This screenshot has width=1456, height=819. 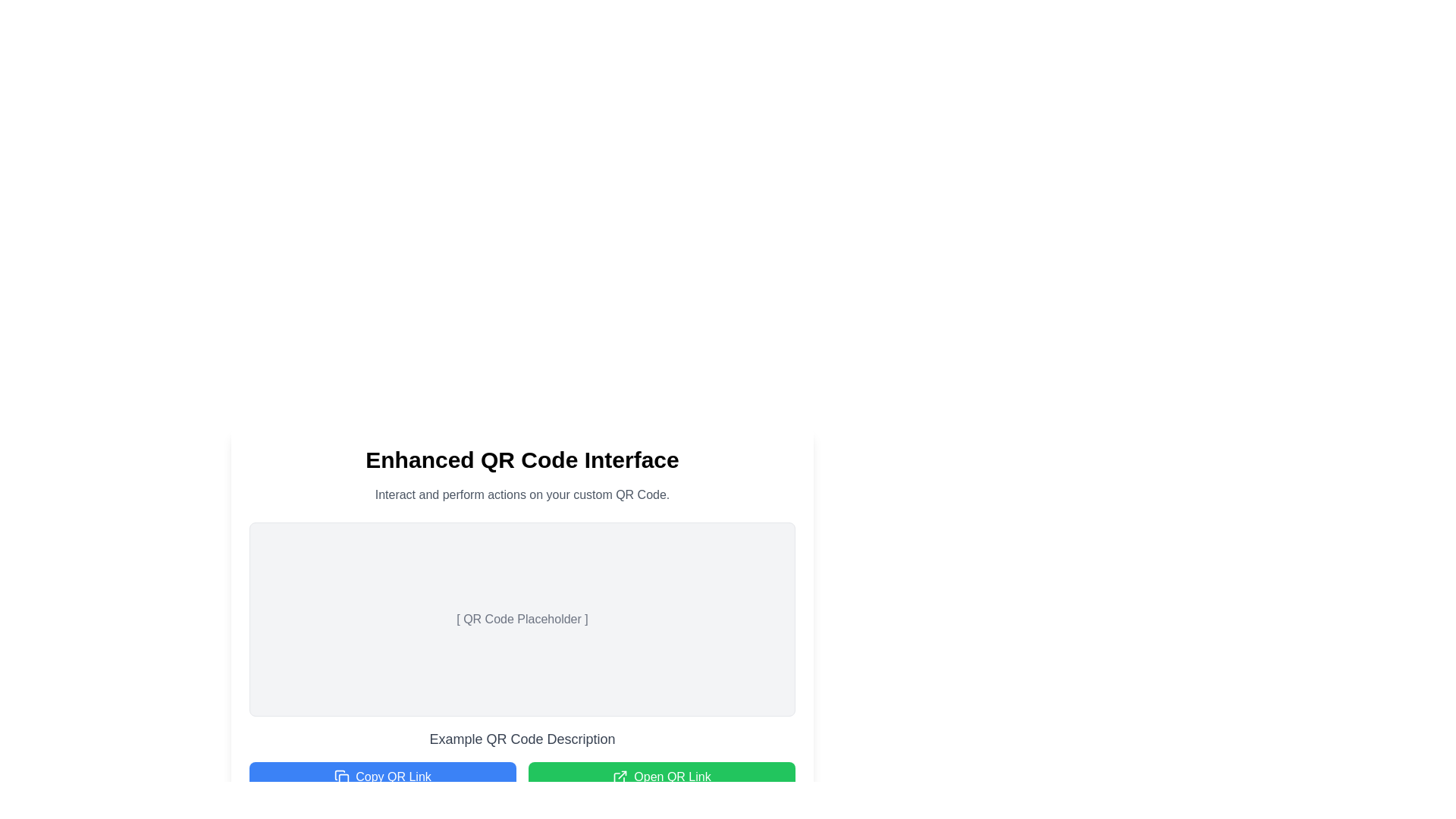 I want to click on the blue button labeled 'Copy QR Link' to trigger its hover effect, which slightly changes its blue shade, so click(x=382, y=777).